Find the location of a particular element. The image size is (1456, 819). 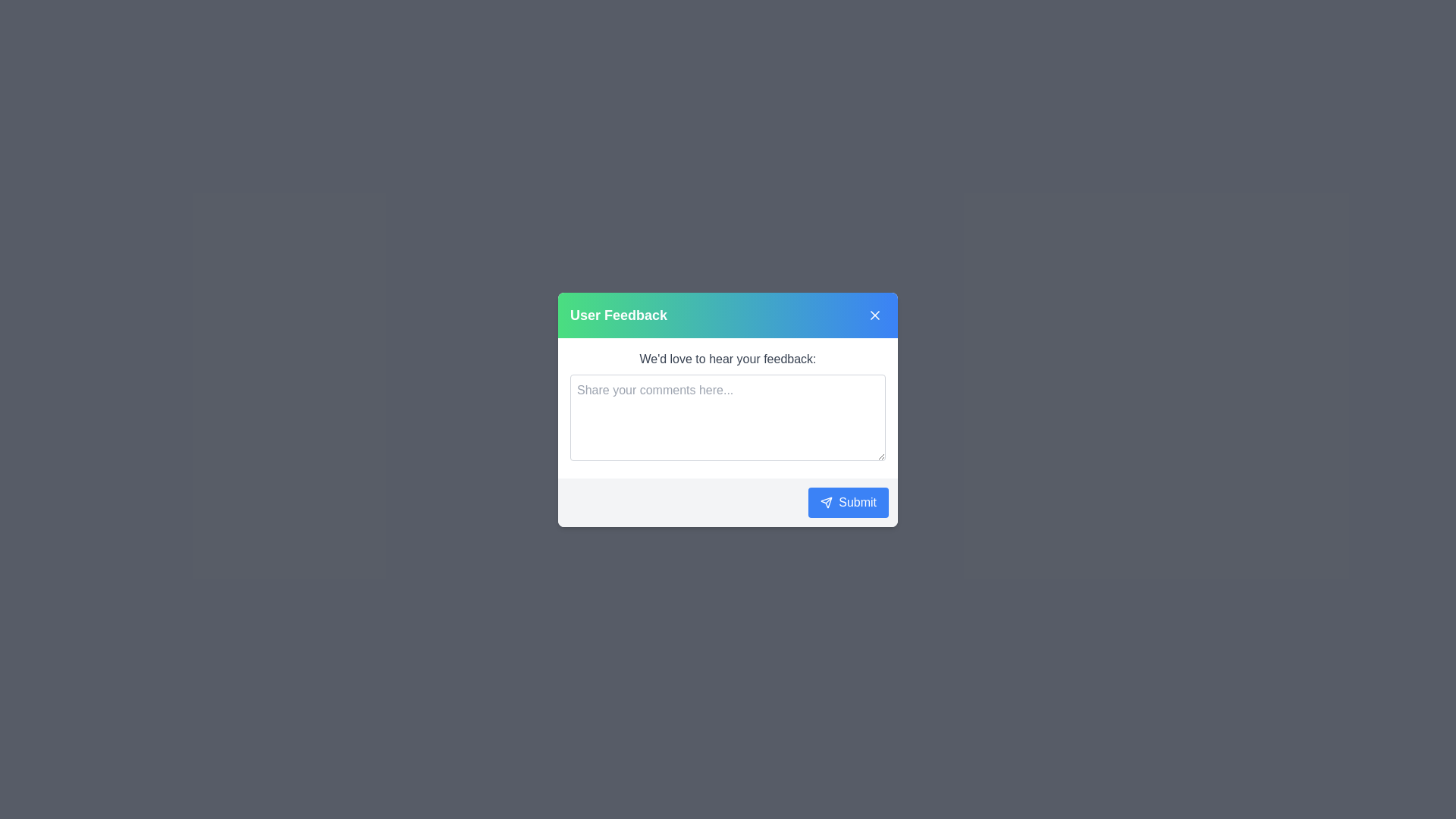

the icon located to the left of the 'Submit' text label within the 'Submit' button at the bottom-right corner of the feedback form is located at coordinates (826, 502).